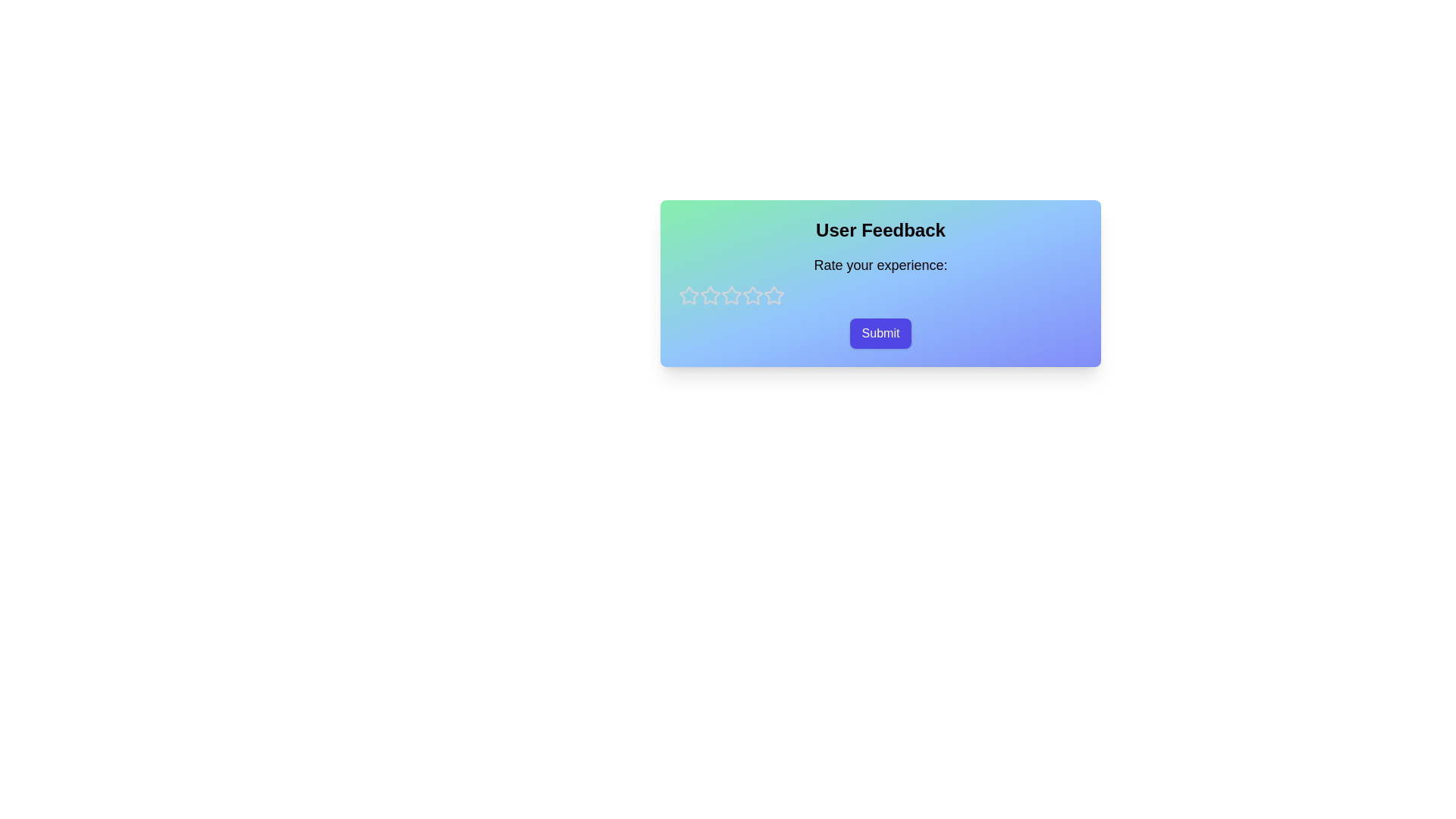 This screenshot has height=819, width=1456. Describe the element at coordinates (731, 295) in the screenshot. I see `the second star in a horizontal row of five stars, which is outlined in gray and indicates a non-filled state for interaction` at that location.